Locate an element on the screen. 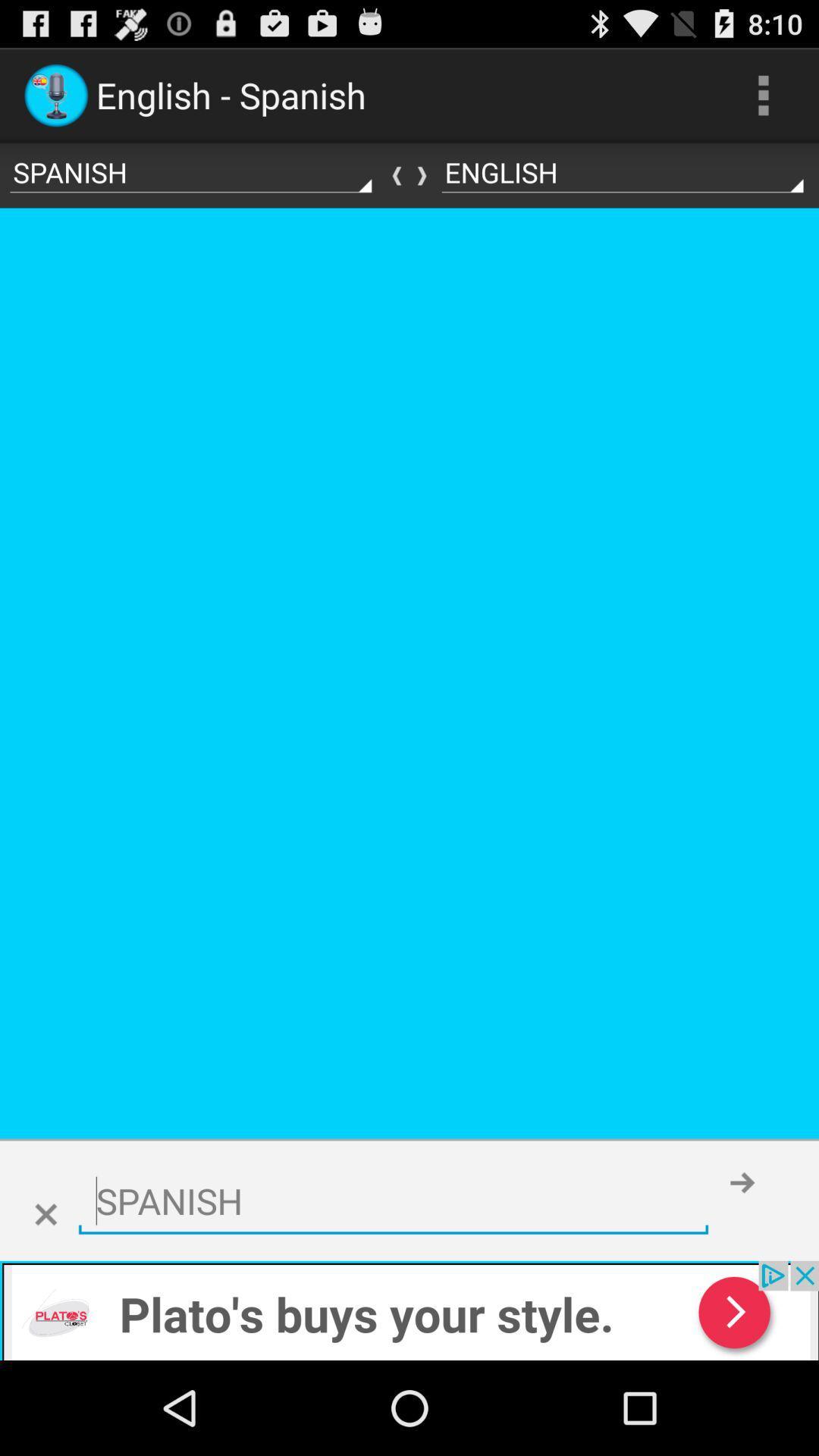 The image size is (819, 1456). close is located at coordinates (45, 1215).